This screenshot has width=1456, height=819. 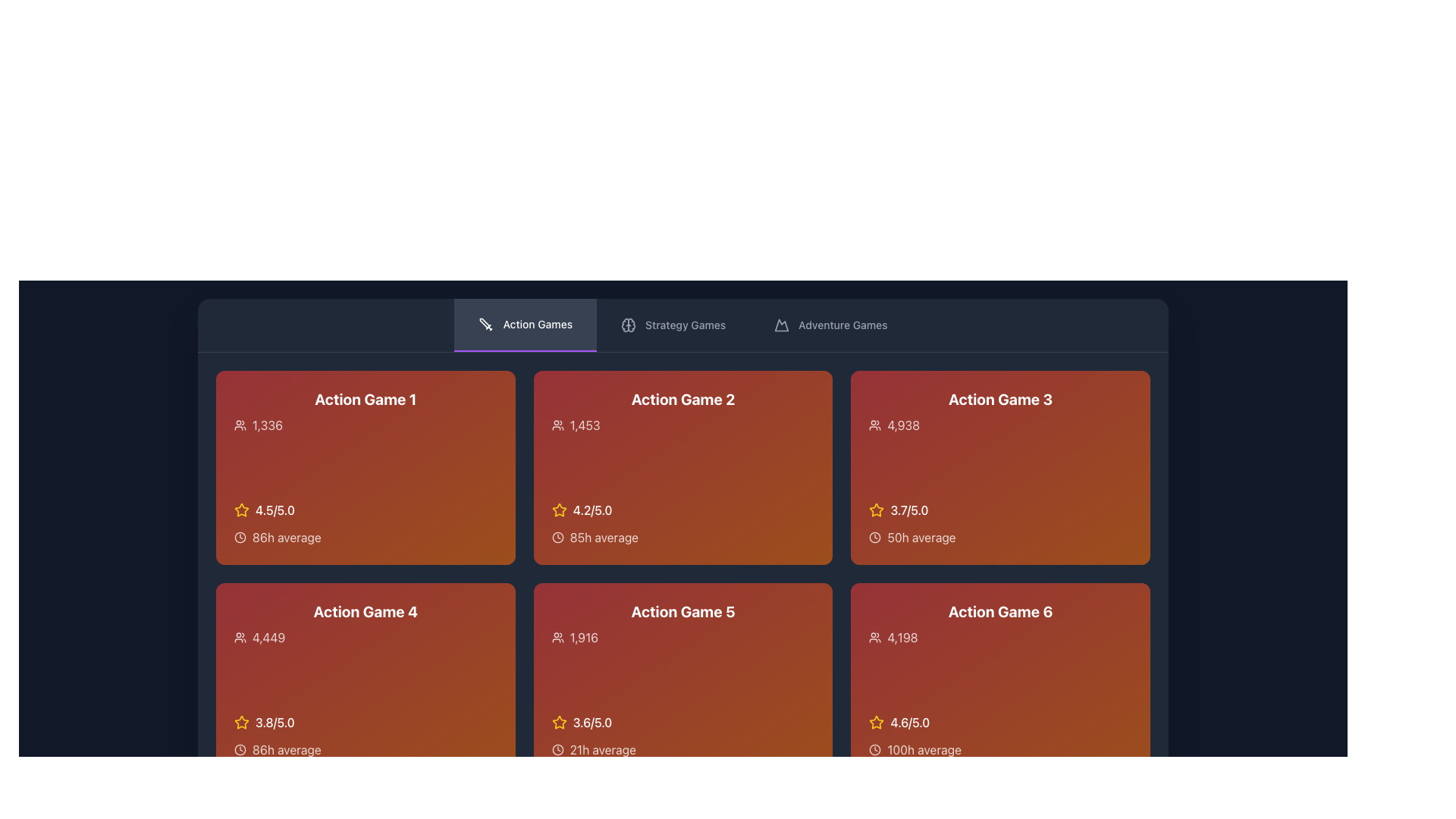 I want to click on the icon indicating the 'Adventure Games' category in the navigation bar, which is positioned to the left of the 'Adventure Games' text, so click(x=782, y=324).